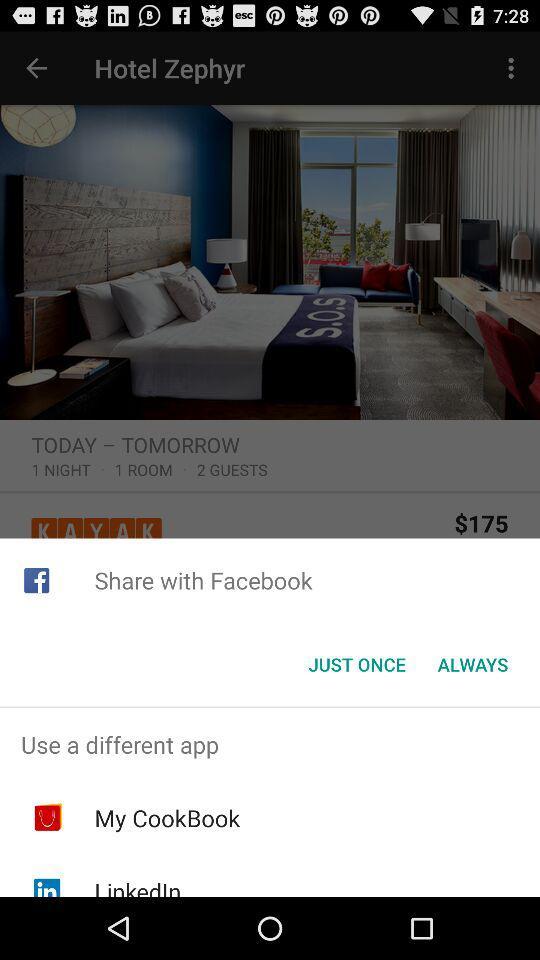 This screenshot has height=960, width=540. I want to click on icon above my cookbook icon, so click(270, 743).